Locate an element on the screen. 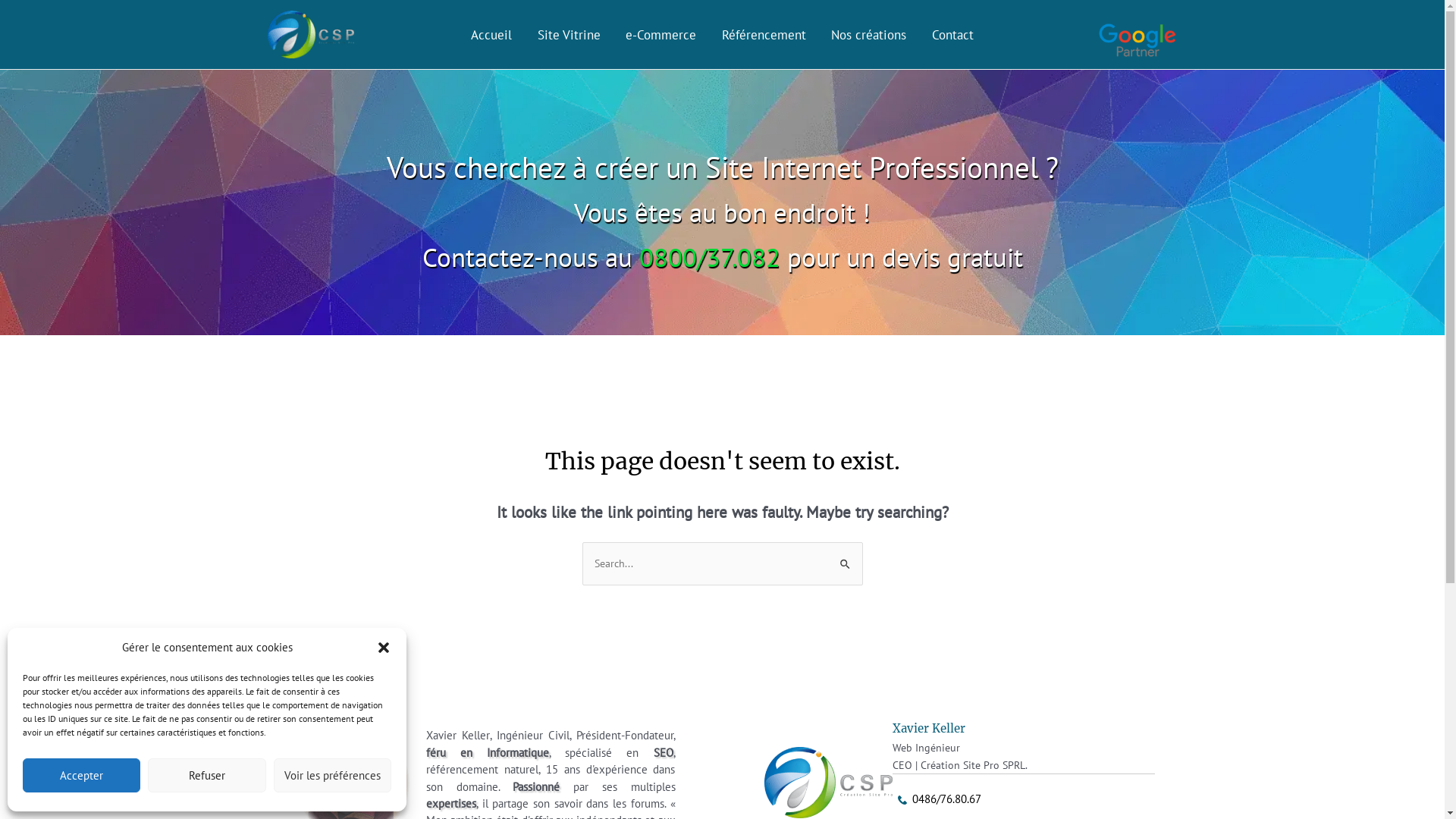 This screenshot has height=819, width=1456. 'Refuser' is located at coordinates (148, 775).